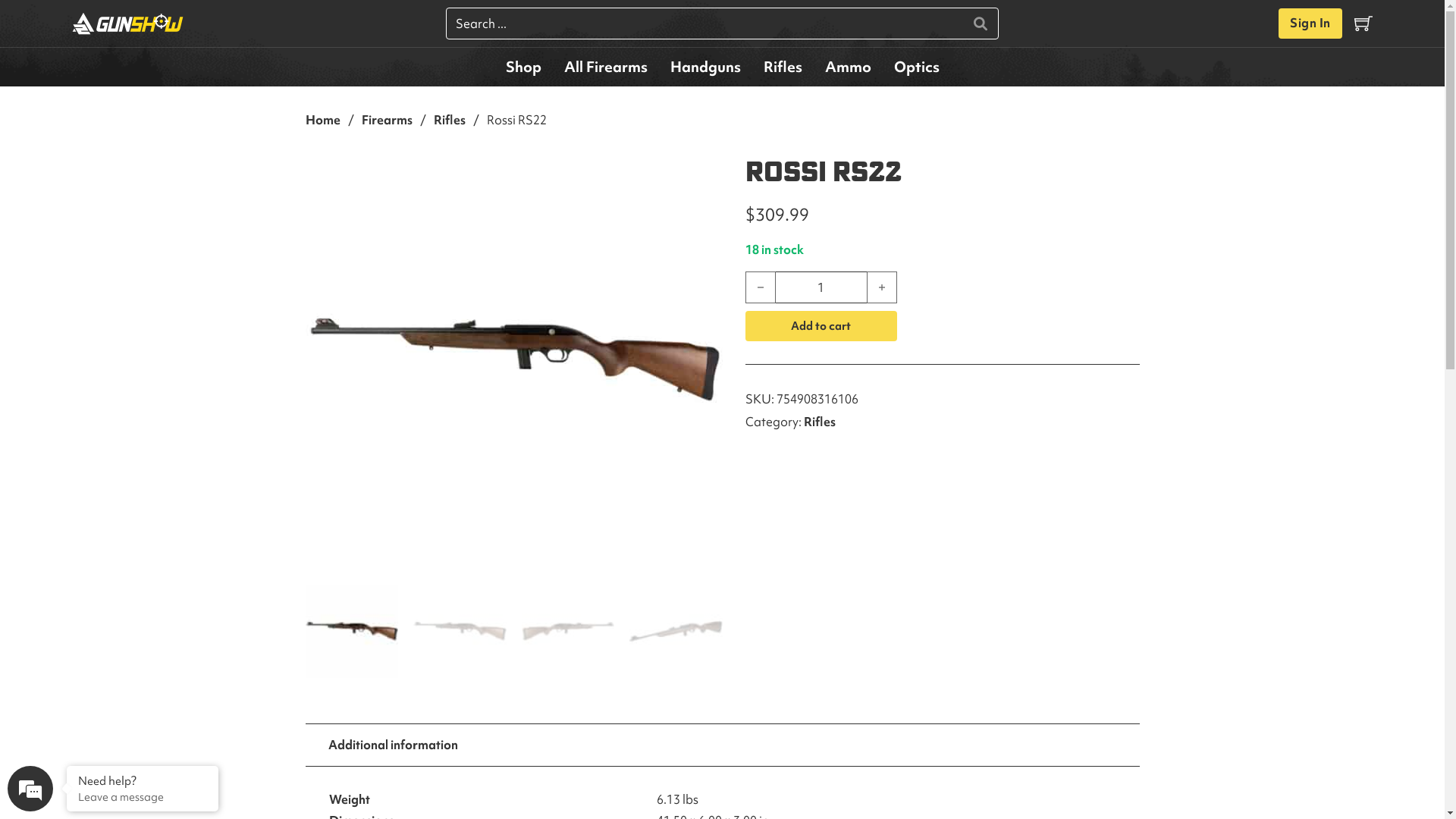  Describe the element at coordinates (846, 66) in the screenshot. I see `'Ammo'` at that location.